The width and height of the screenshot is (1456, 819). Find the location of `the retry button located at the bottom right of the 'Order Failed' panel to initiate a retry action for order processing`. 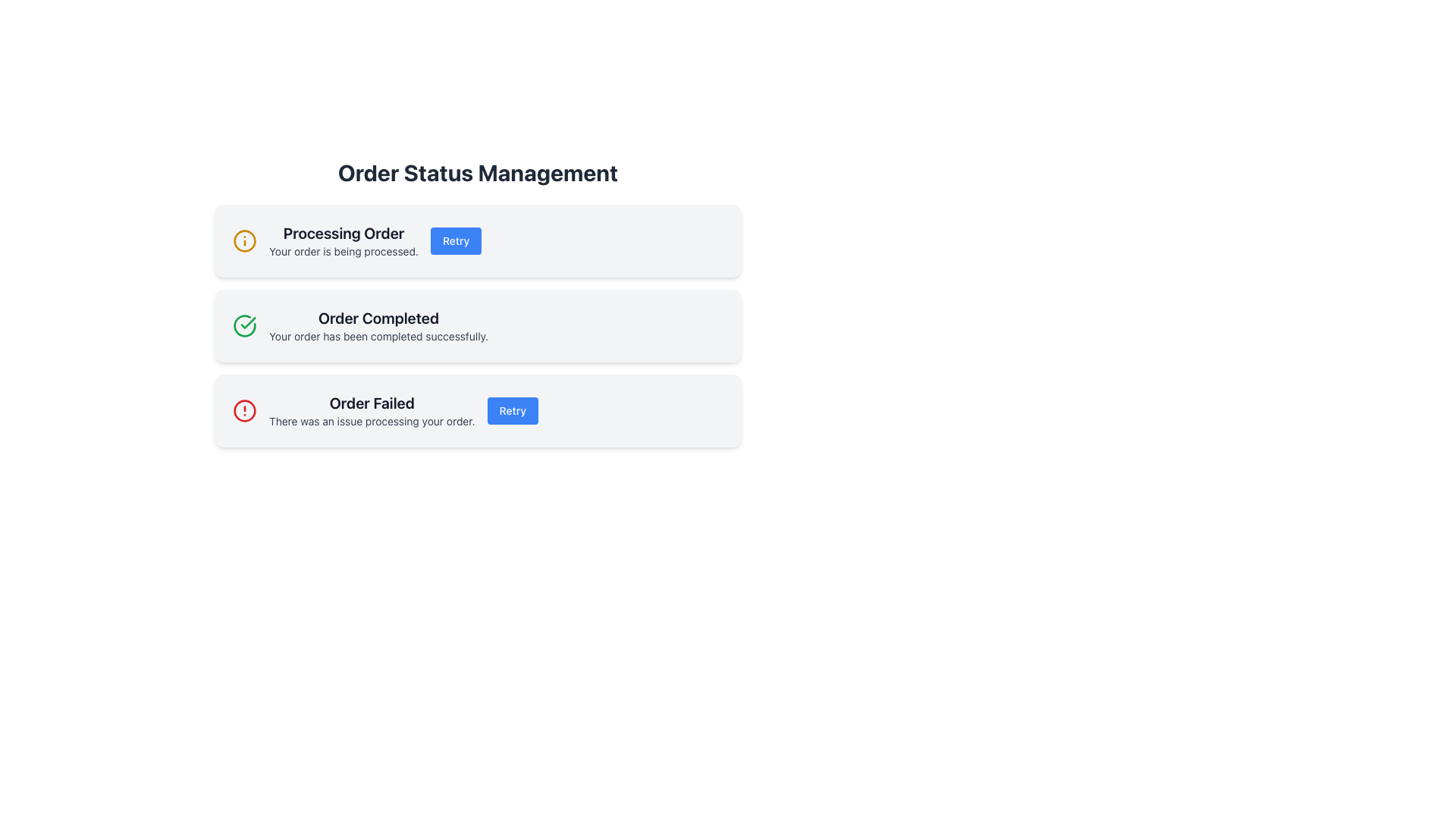

the retry button located at the bottom right of the 'Order Failed' panel to initiate a retry action for order processing is located at coordinates (513, 411).